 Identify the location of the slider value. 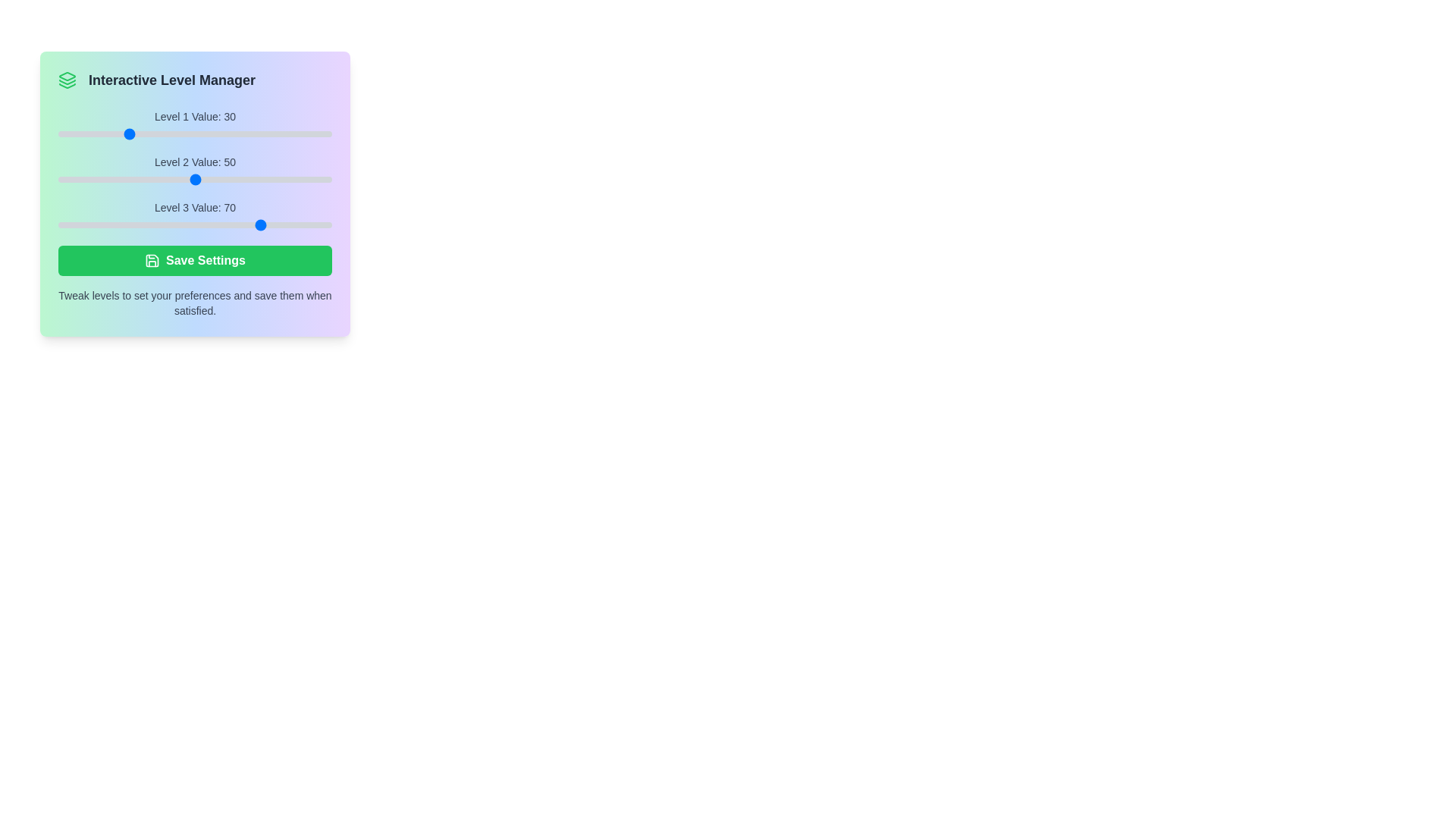
(161, 178).